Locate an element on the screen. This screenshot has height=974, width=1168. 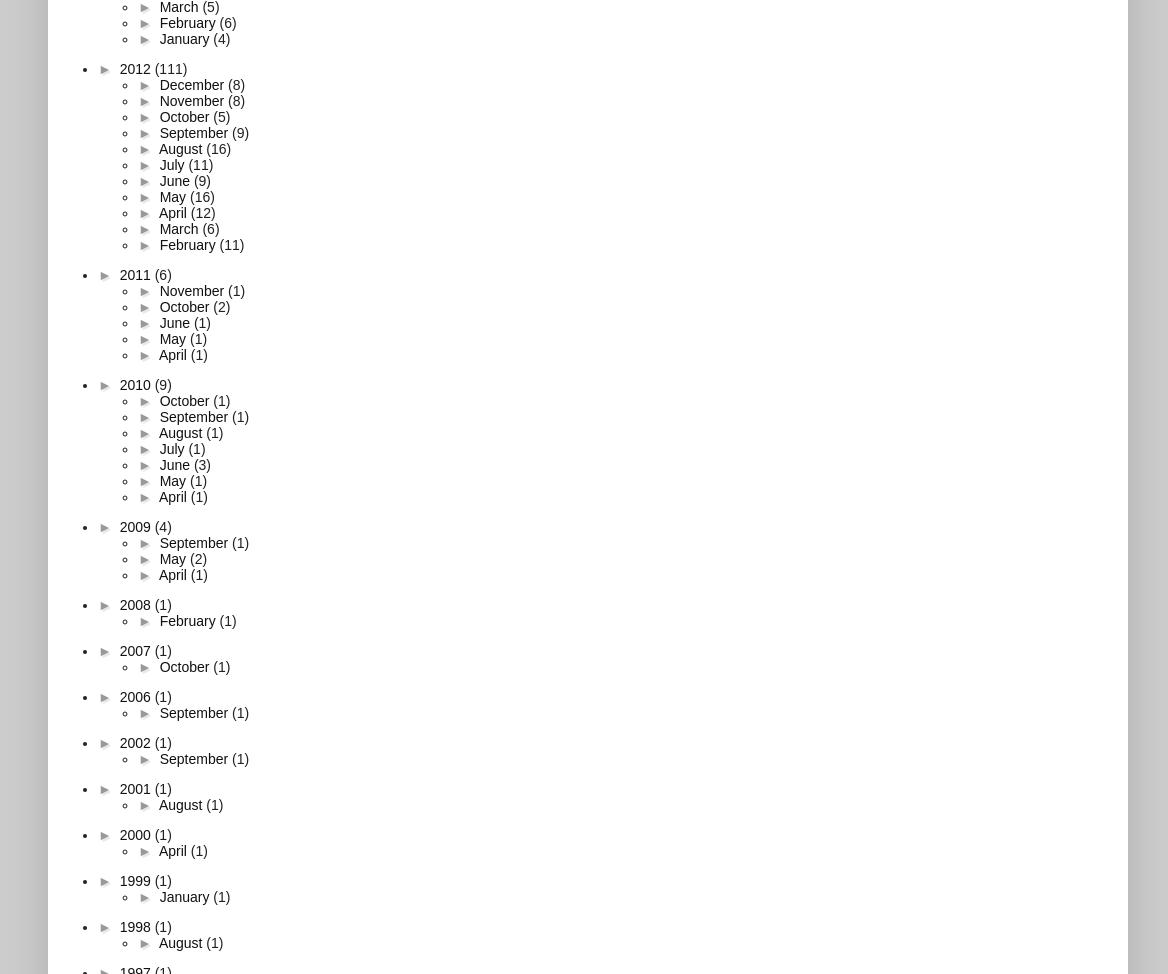
'(5)' is located at coordinates (220, 115).